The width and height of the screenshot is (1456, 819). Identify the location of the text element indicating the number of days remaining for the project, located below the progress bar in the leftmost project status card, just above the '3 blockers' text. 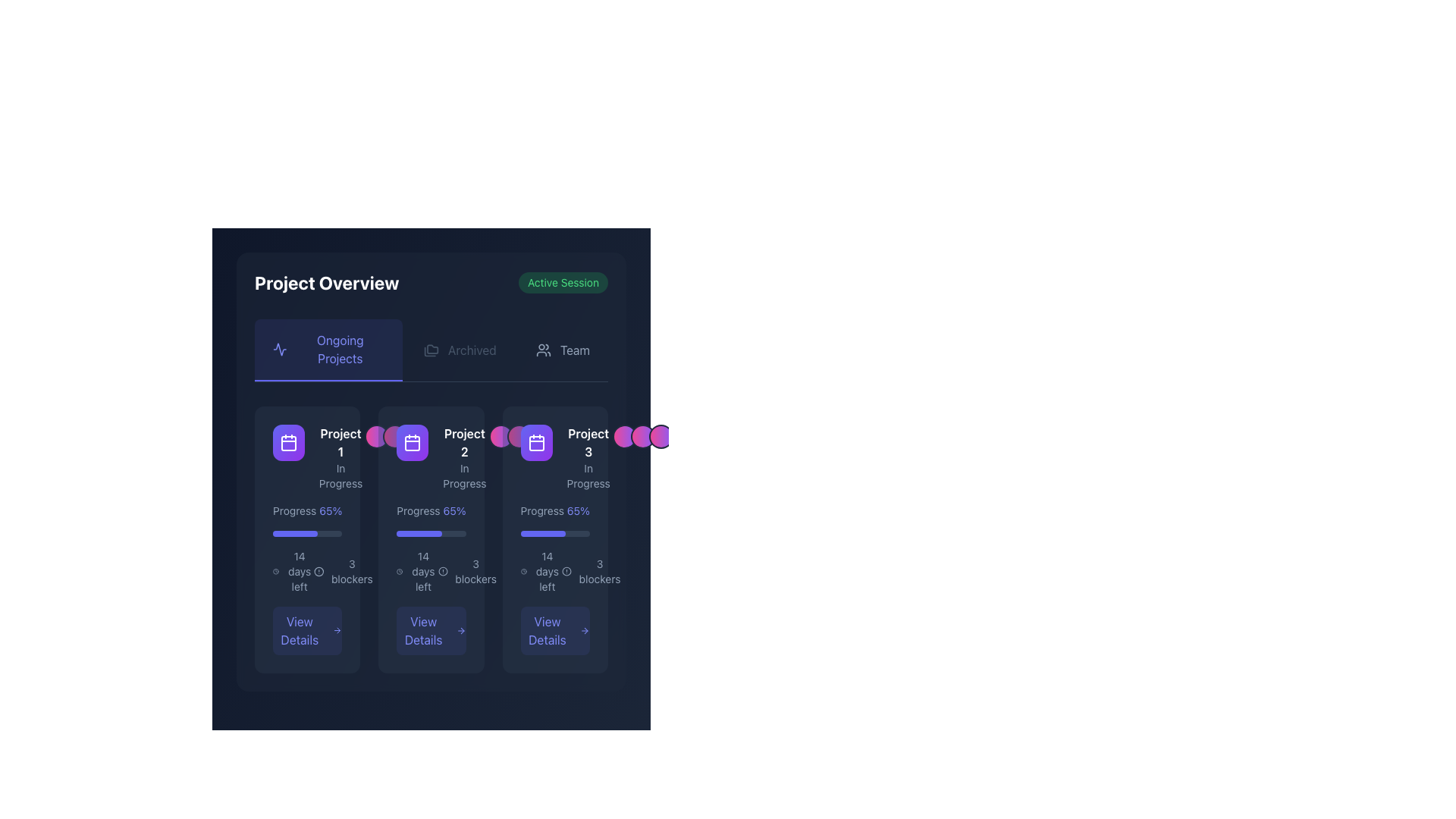
(293, 571).